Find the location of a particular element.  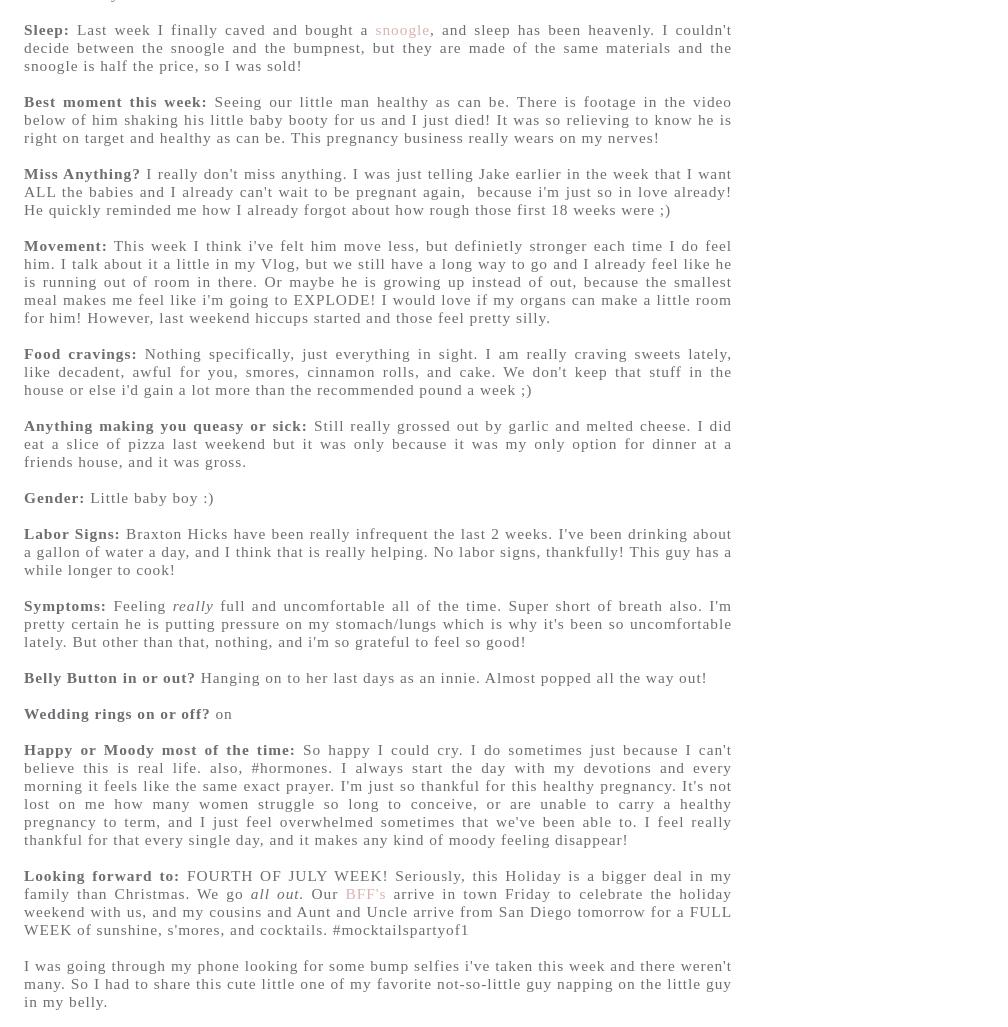

'Nothing specifically, just everything in sight. I am really craving sweets lately, like decadent, awful for you, smores, cinnamon rolls, and cake. We don't keep that stuff in the house or else i'd gain a lot more than the recommended pound a week ;)' is located at coordinates (378, 370).